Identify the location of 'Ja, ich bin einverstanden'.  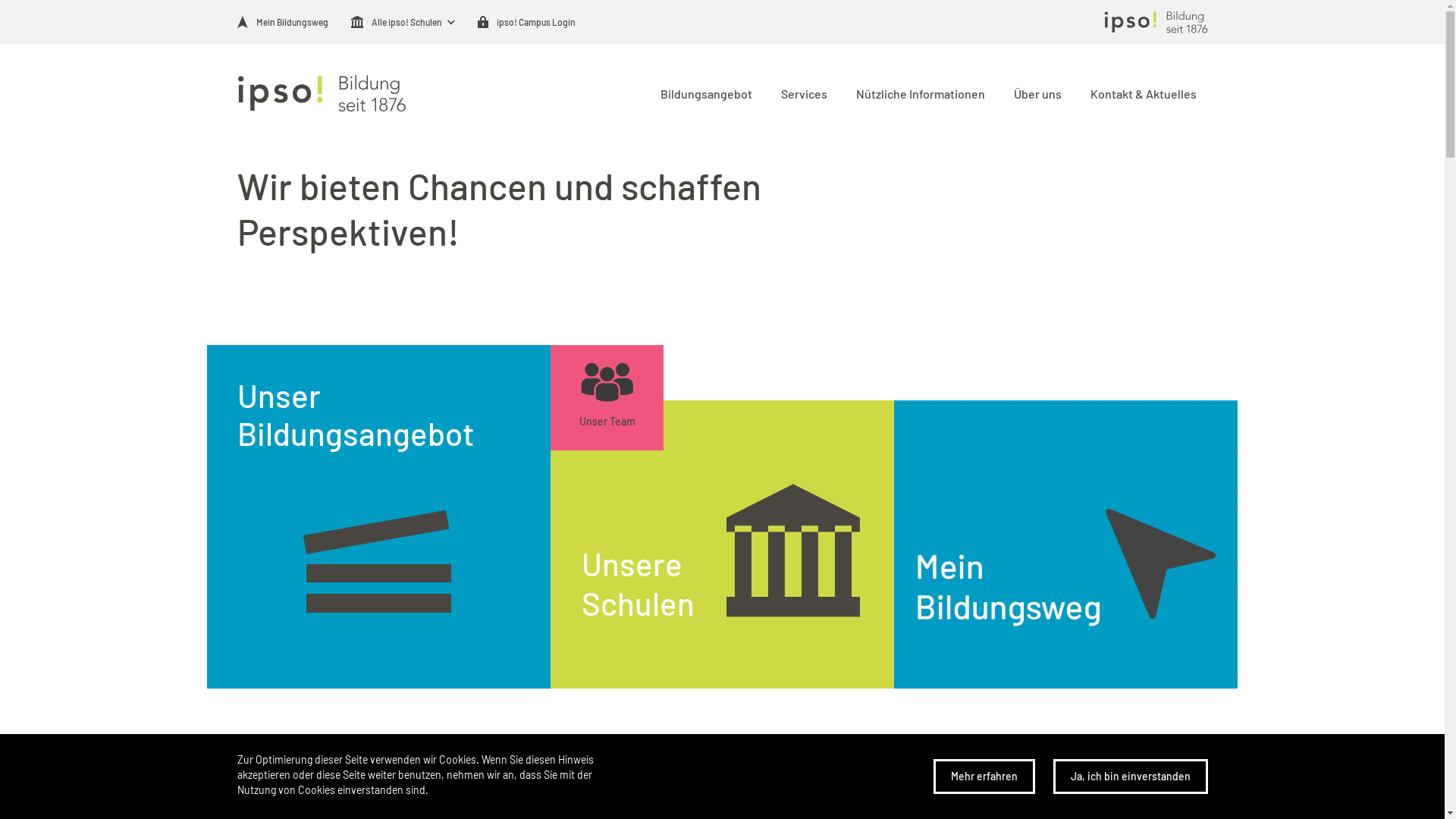
(1129, 776).